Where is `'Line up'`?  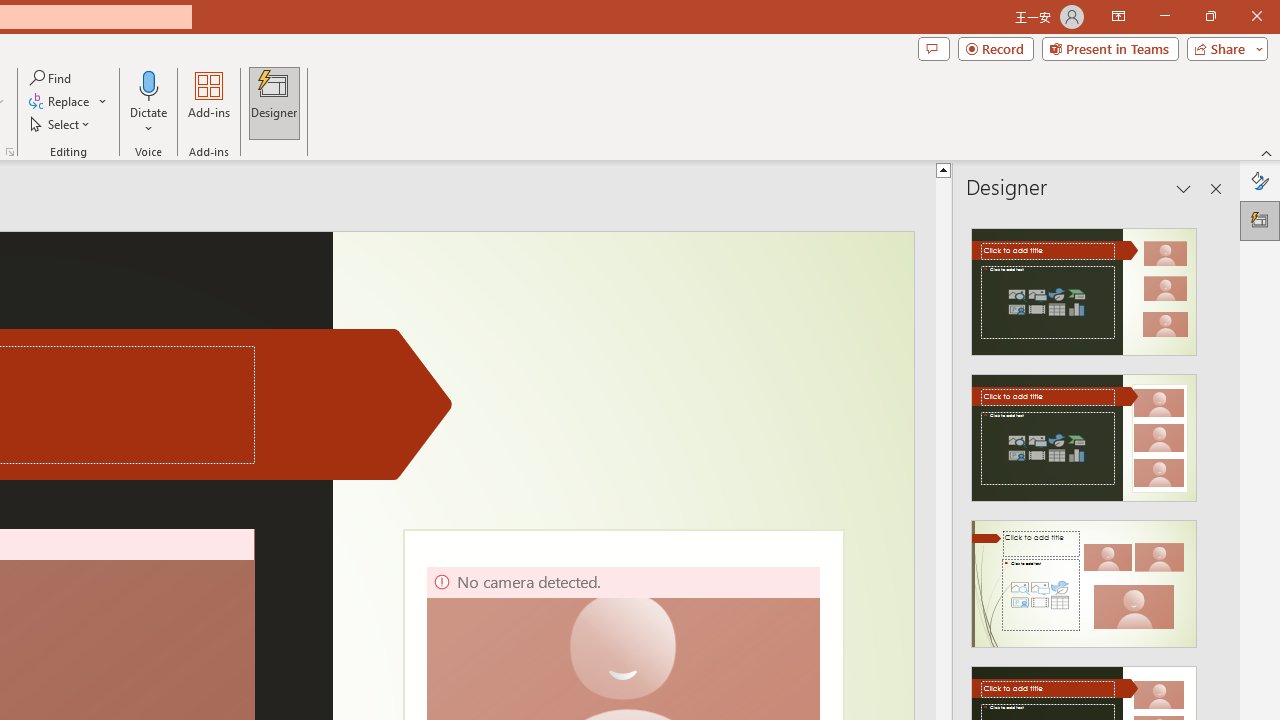 'Line up' is located at coordinates (942, 168).